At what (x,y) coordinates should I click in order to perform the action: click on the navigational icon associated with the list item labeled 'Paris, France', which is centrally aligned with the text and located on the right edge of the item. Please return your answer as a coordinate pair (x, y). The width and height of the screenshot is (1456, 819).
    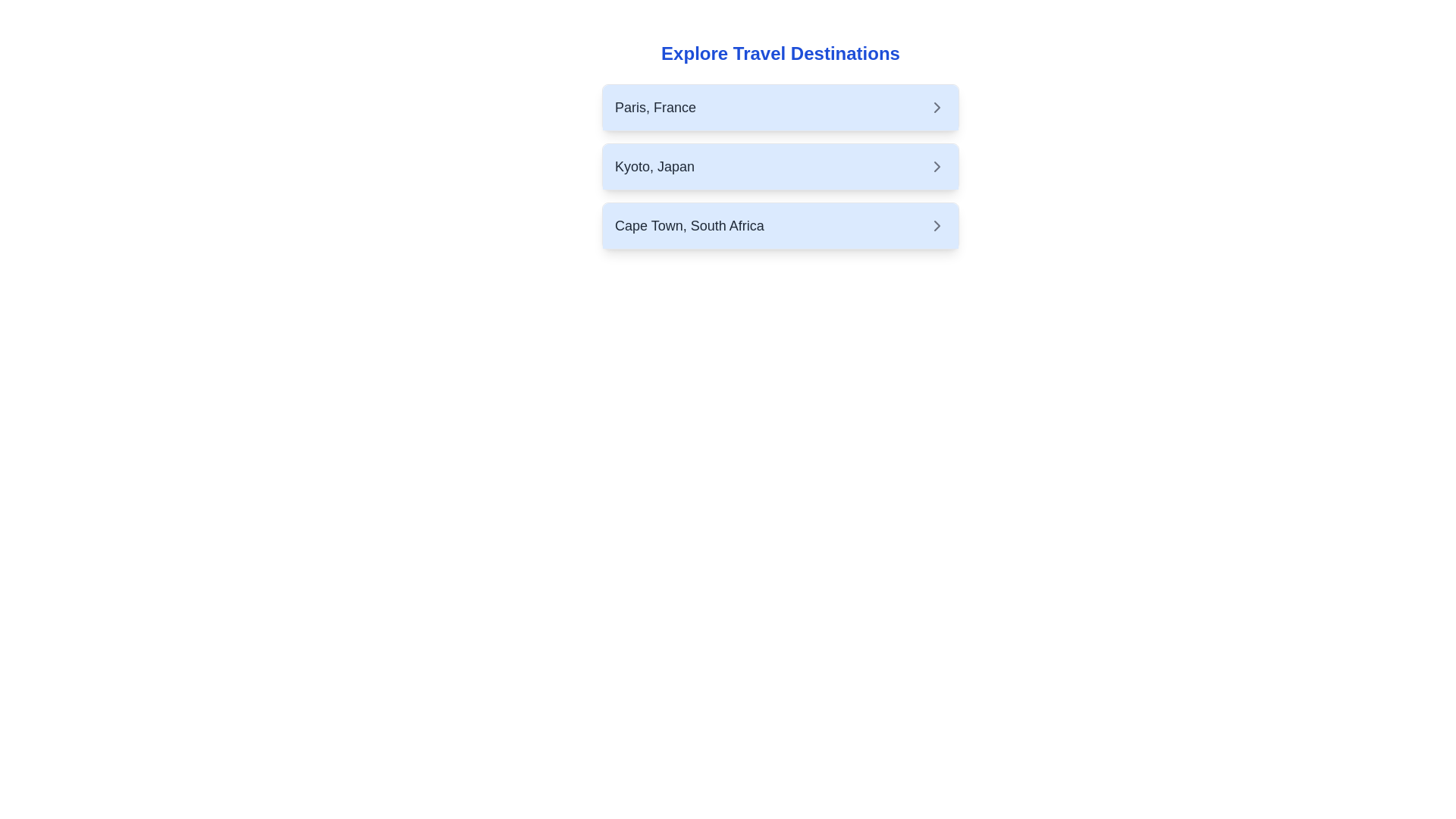
    Looking at the image, I should click on (937, 107).